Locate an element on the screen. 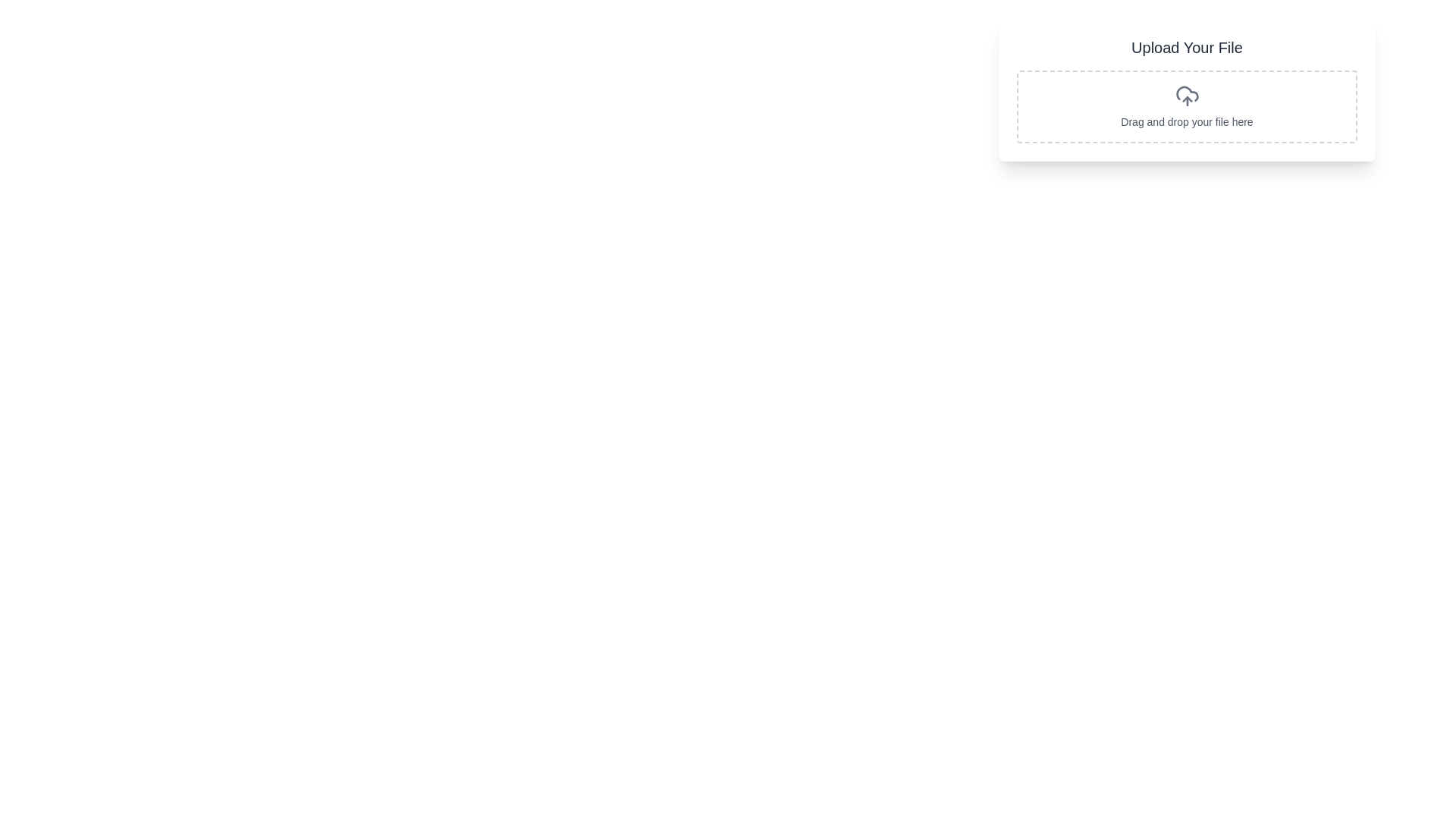 This screenshot has width=1456, height=819. the cloud outline portion of the cloud upload icon within the SVG graphic is located at coordinates (1186, 93).